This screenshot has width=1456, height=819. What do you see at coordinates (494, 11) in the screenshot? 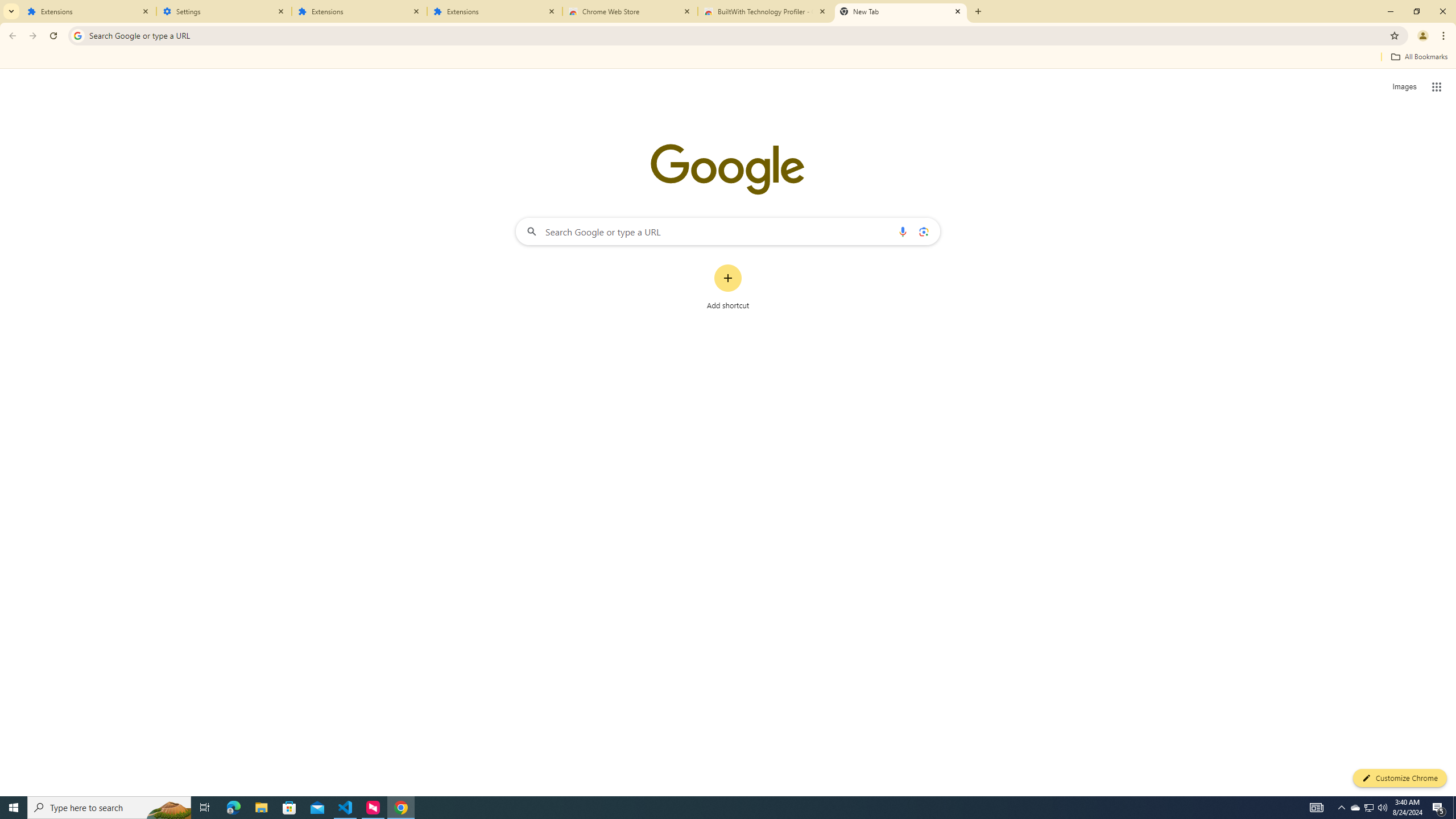
I see `'Extensions'` at bounding box center [494, 11].